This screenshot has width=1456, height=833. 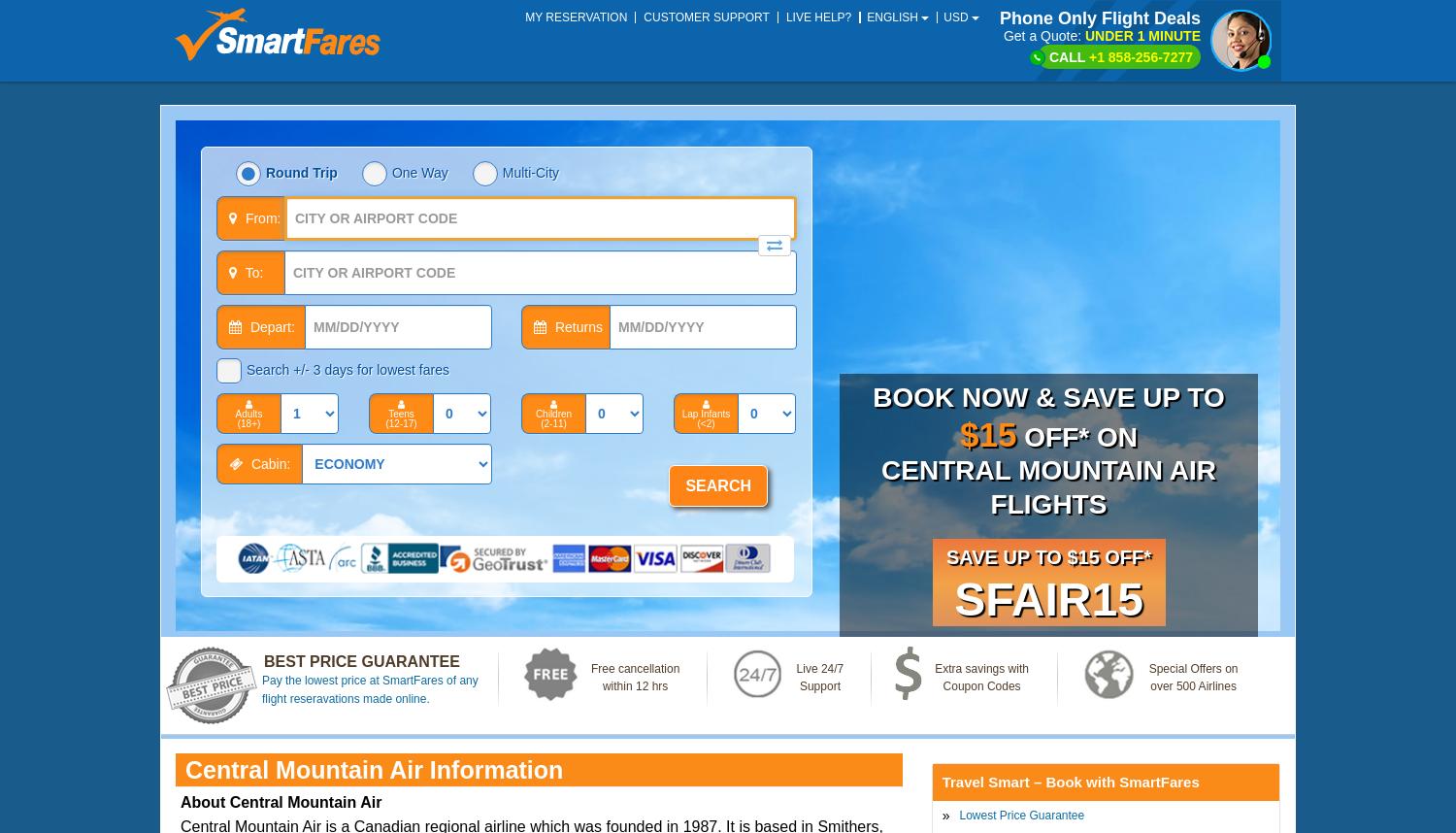 I want to click on 'About Central Mountain Air', so click(x=281, y=801).